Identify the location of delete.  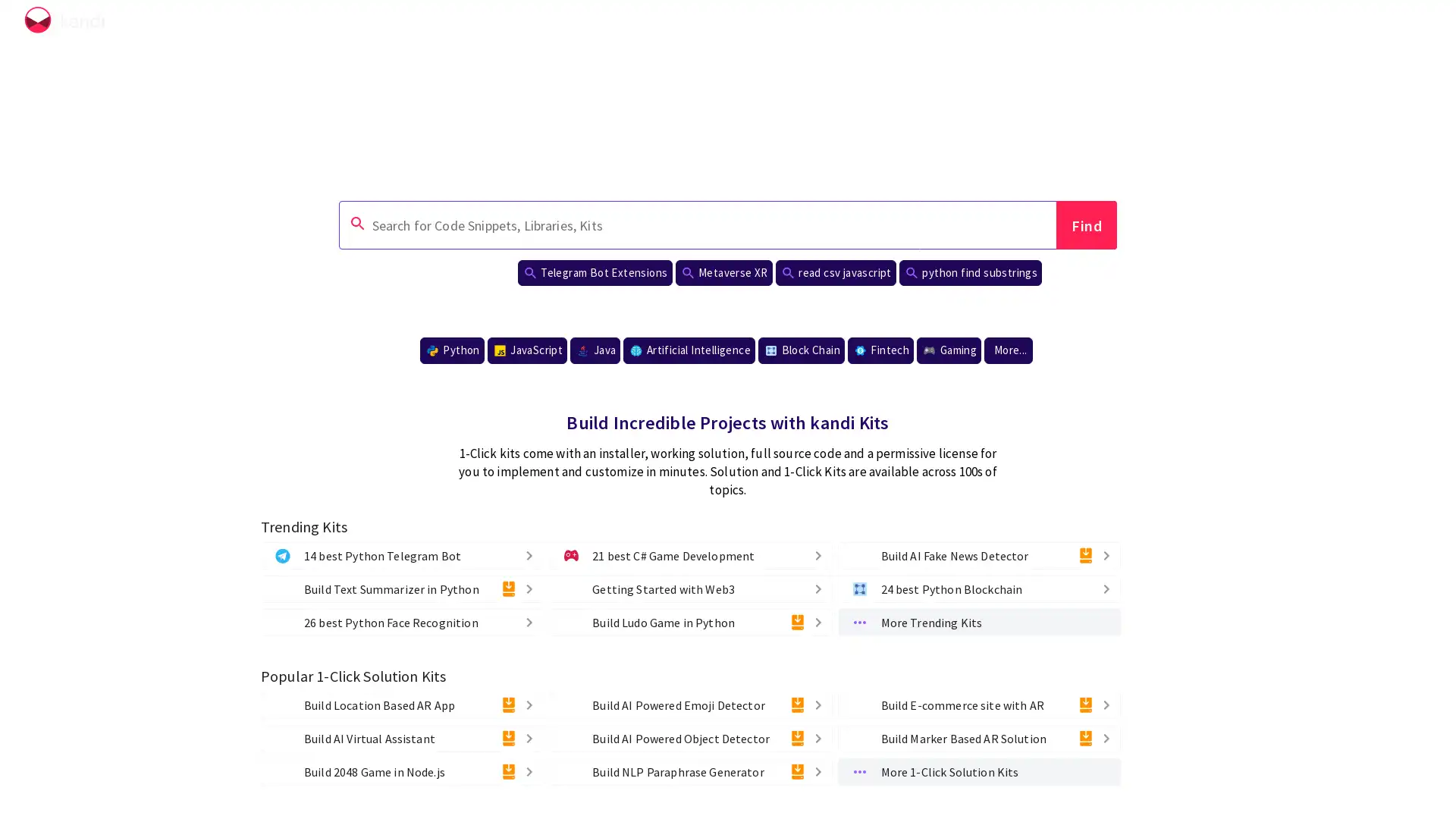
(509, 771).